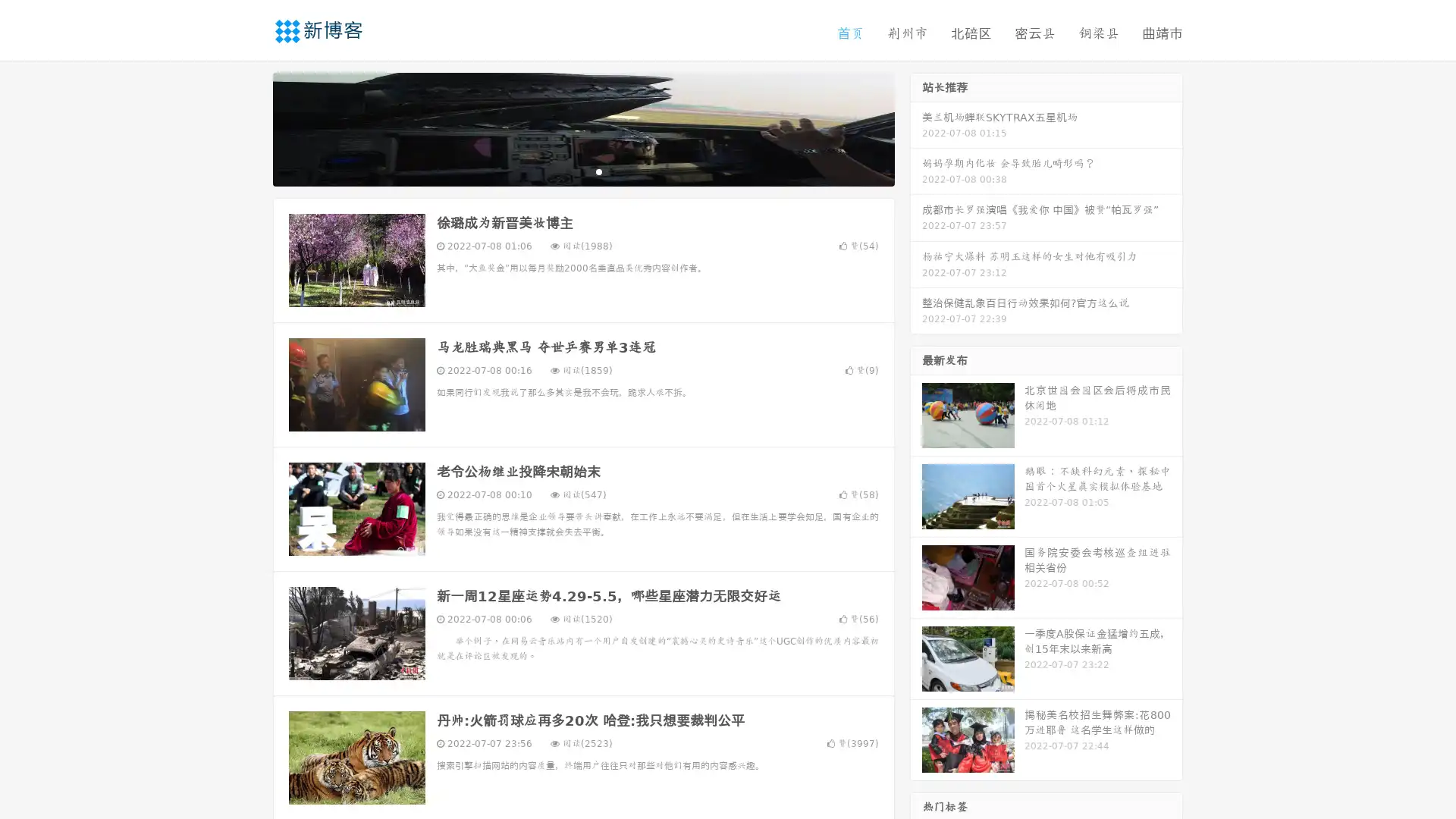 The height and width of the screenshot is (819, 1456). Describe the element at coordinates (916, 127) in the screenshot. I see `Next slide` at that location.